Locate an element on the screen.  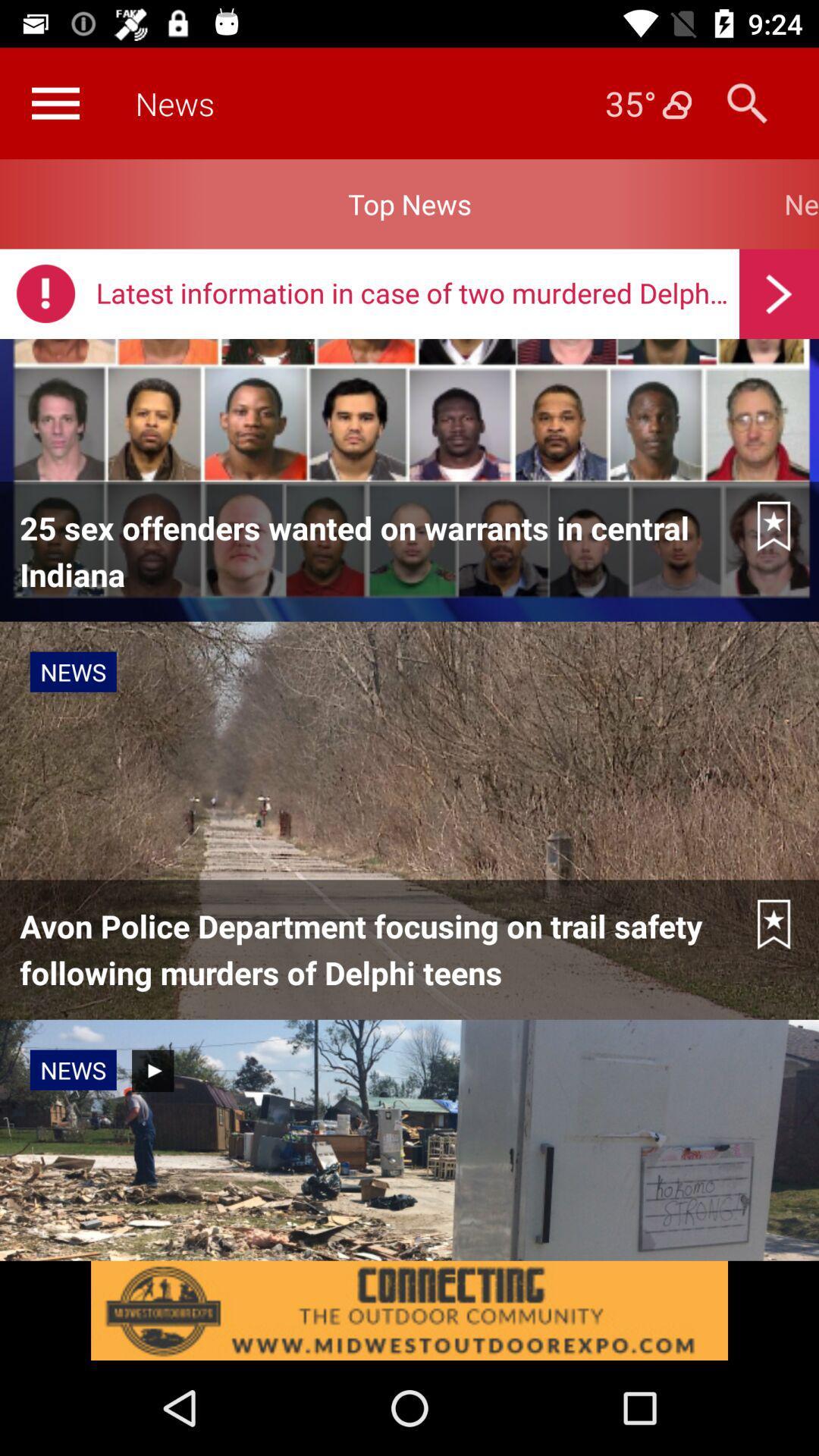
search button is located at coordinates (746, 102).